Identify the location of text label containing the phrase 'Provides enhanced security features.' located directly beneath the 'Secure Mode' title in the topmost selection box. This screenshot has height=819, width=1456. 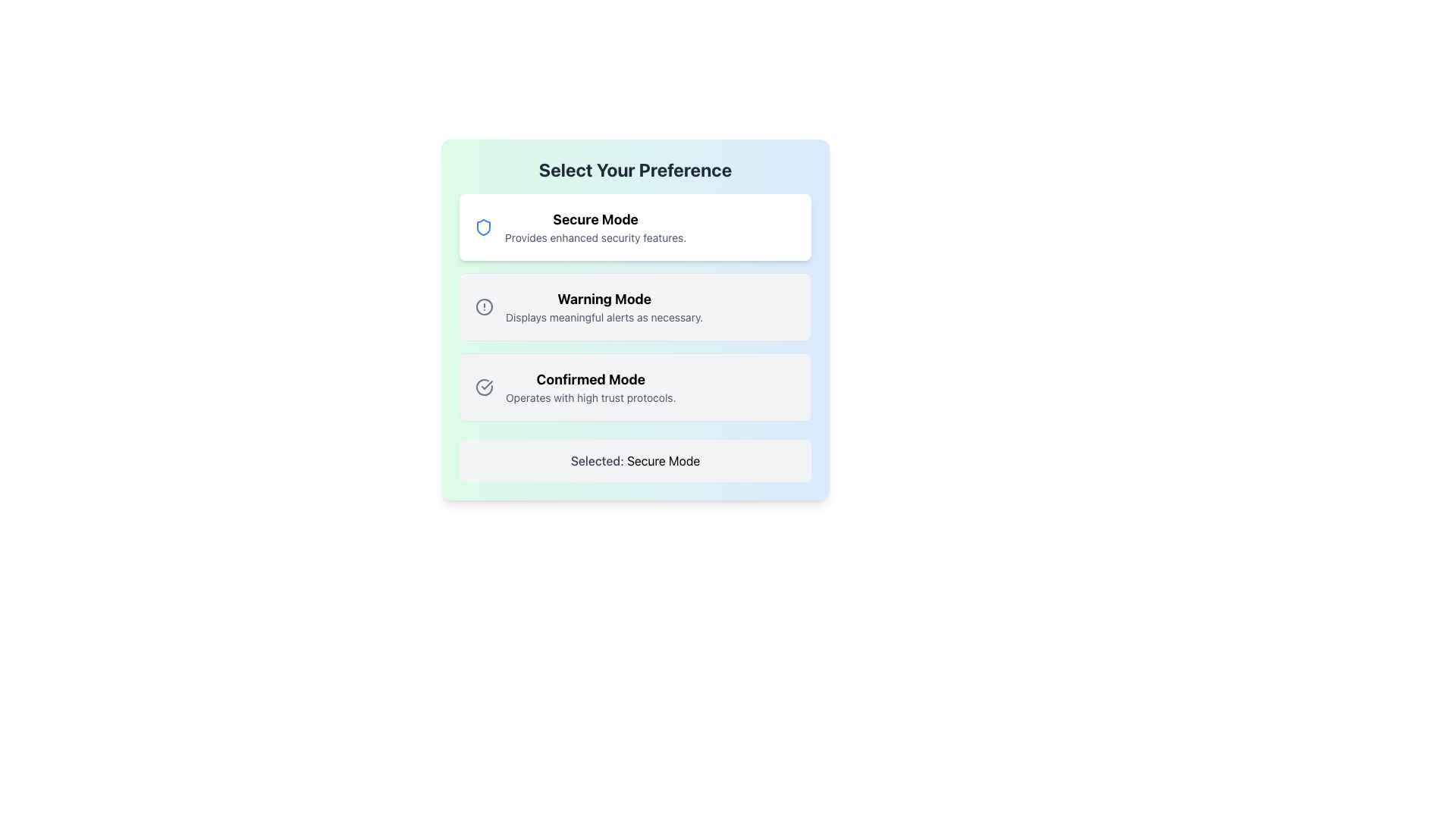
(595, 237).